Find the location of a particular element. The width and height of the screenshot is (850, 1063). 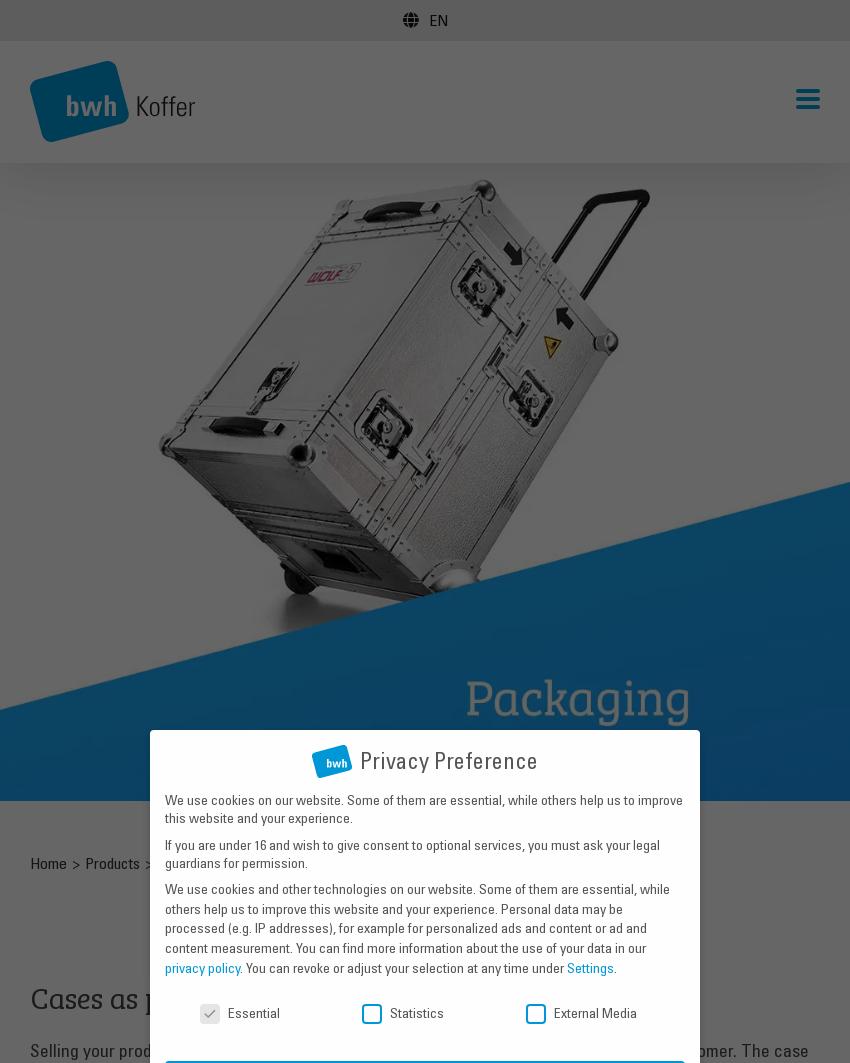

'Home' is located at coordinates (27, 860).